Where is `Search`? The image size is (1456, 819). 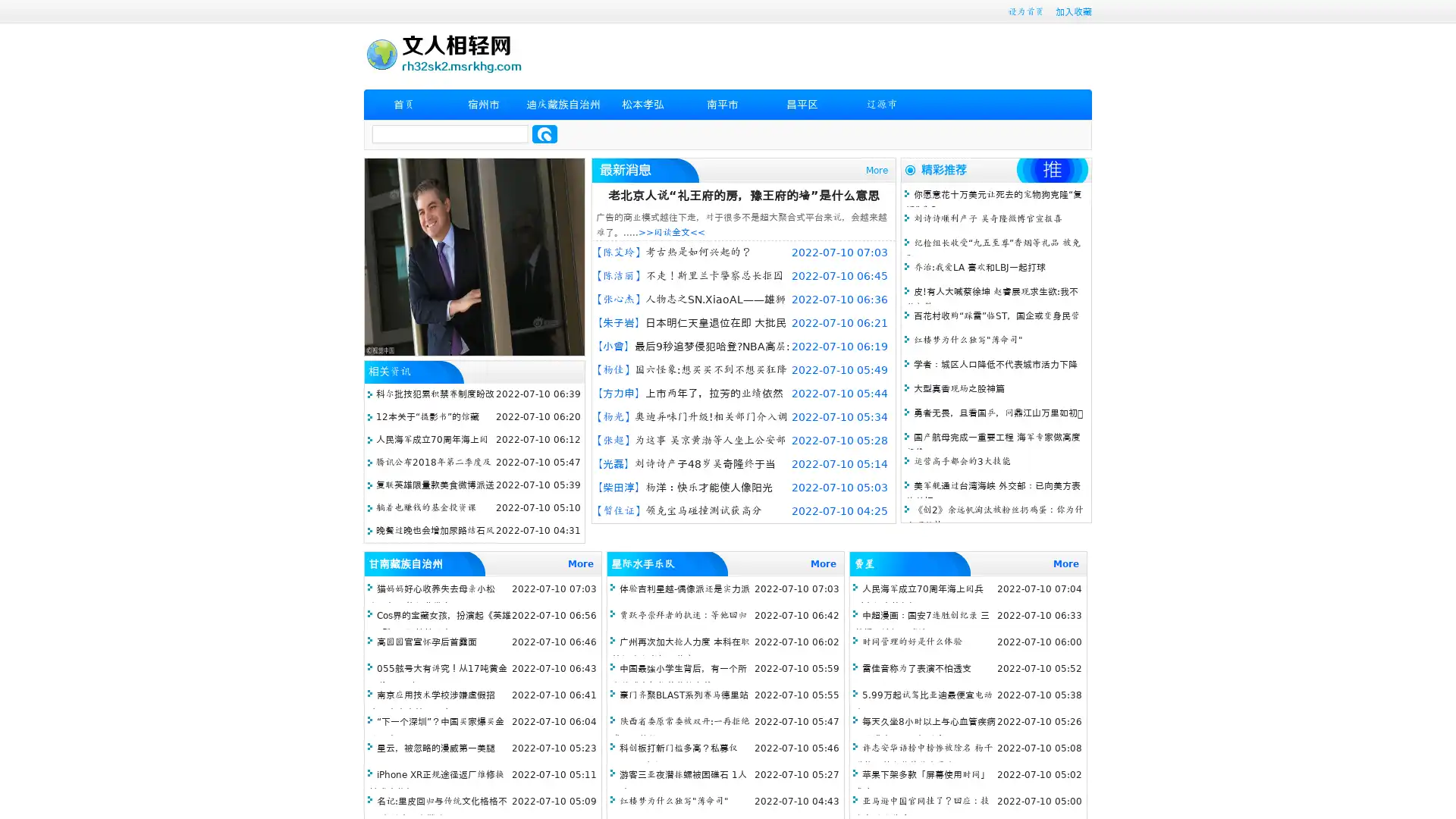 Search is located at coordinates (544, 133).